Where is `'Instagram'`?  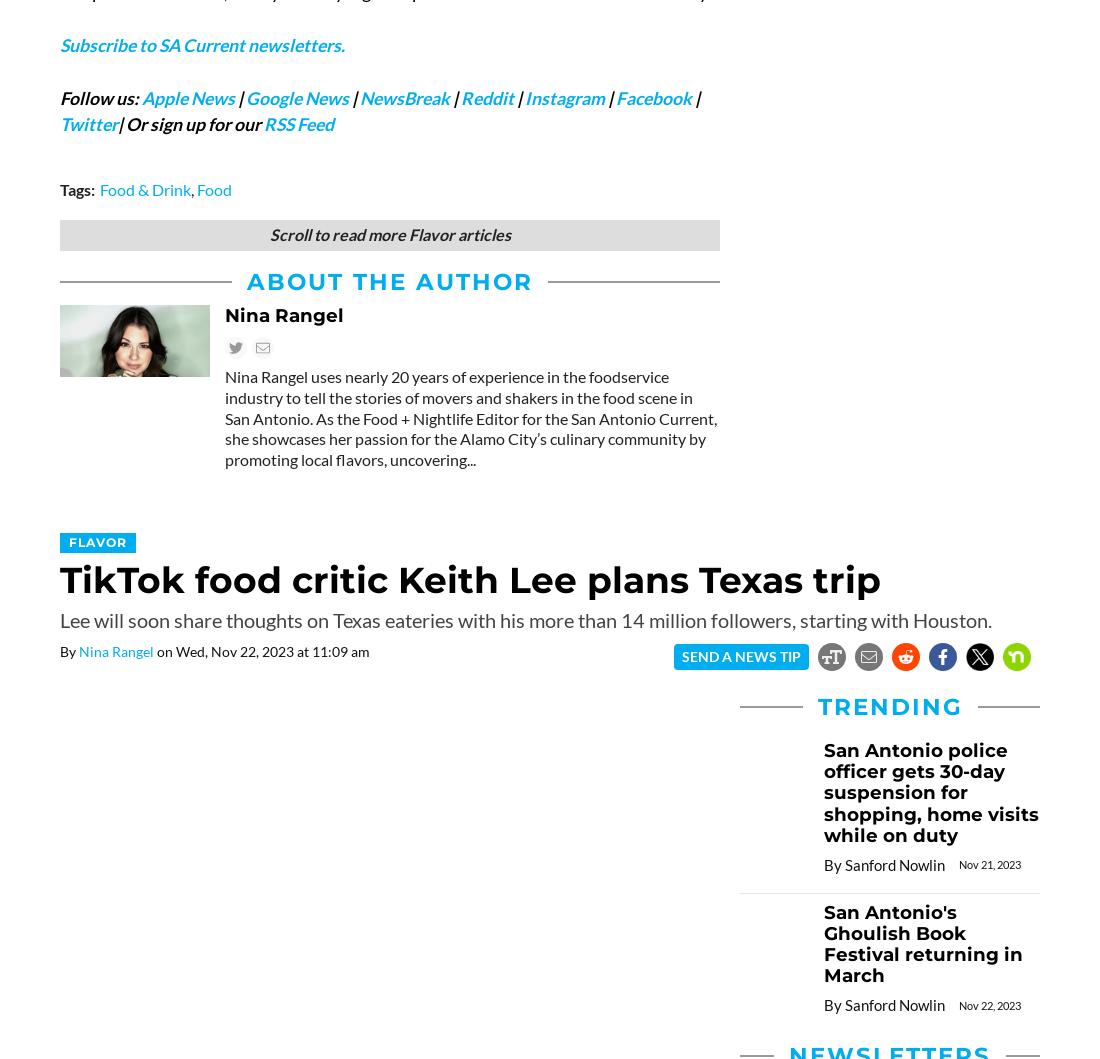 'Instagram' is located at coordinates (563, 97).